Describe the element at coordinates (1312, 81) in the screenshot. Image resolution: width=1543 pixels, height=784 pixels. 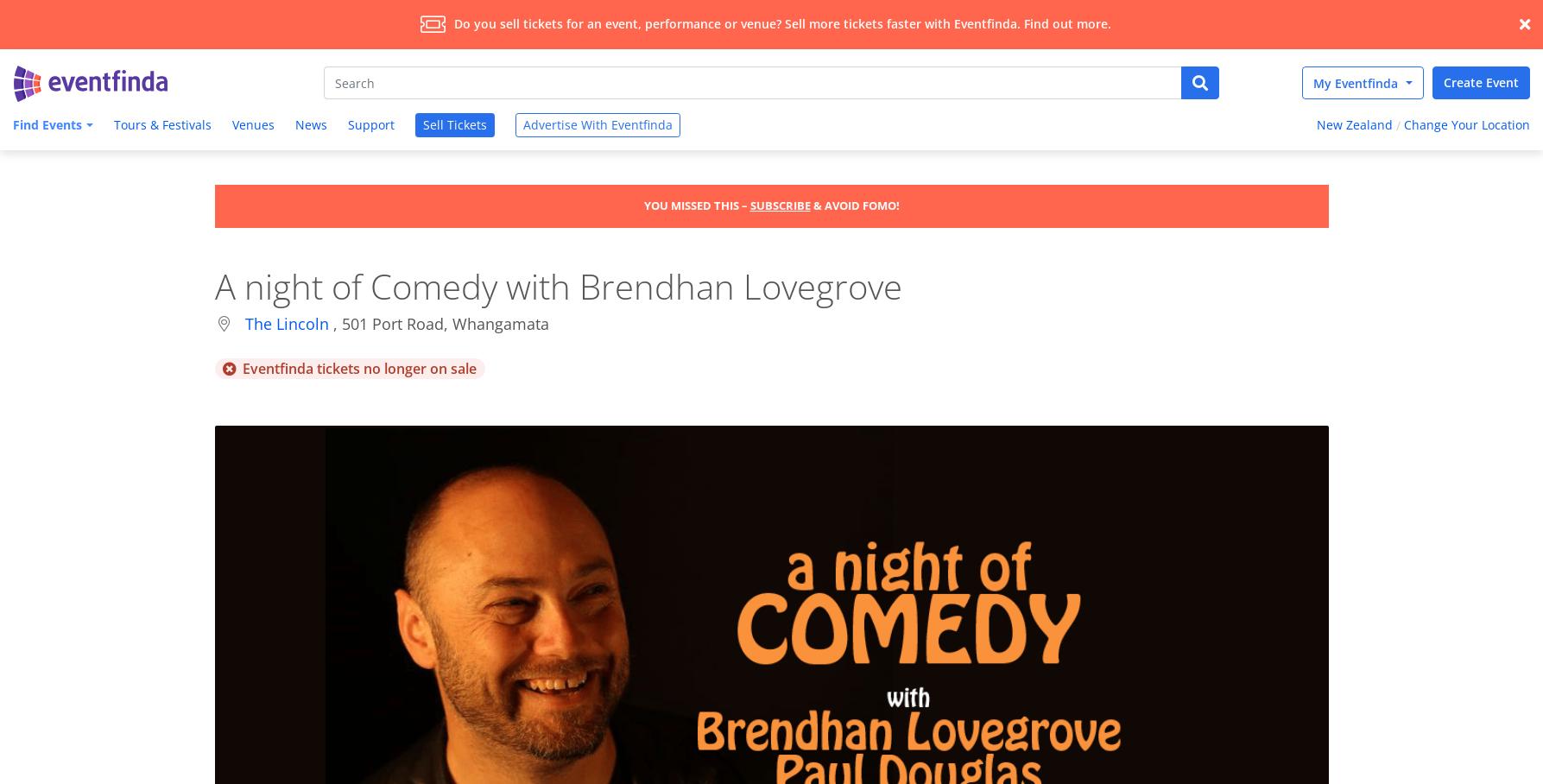
I see `'My Eventfinda'` at that location.